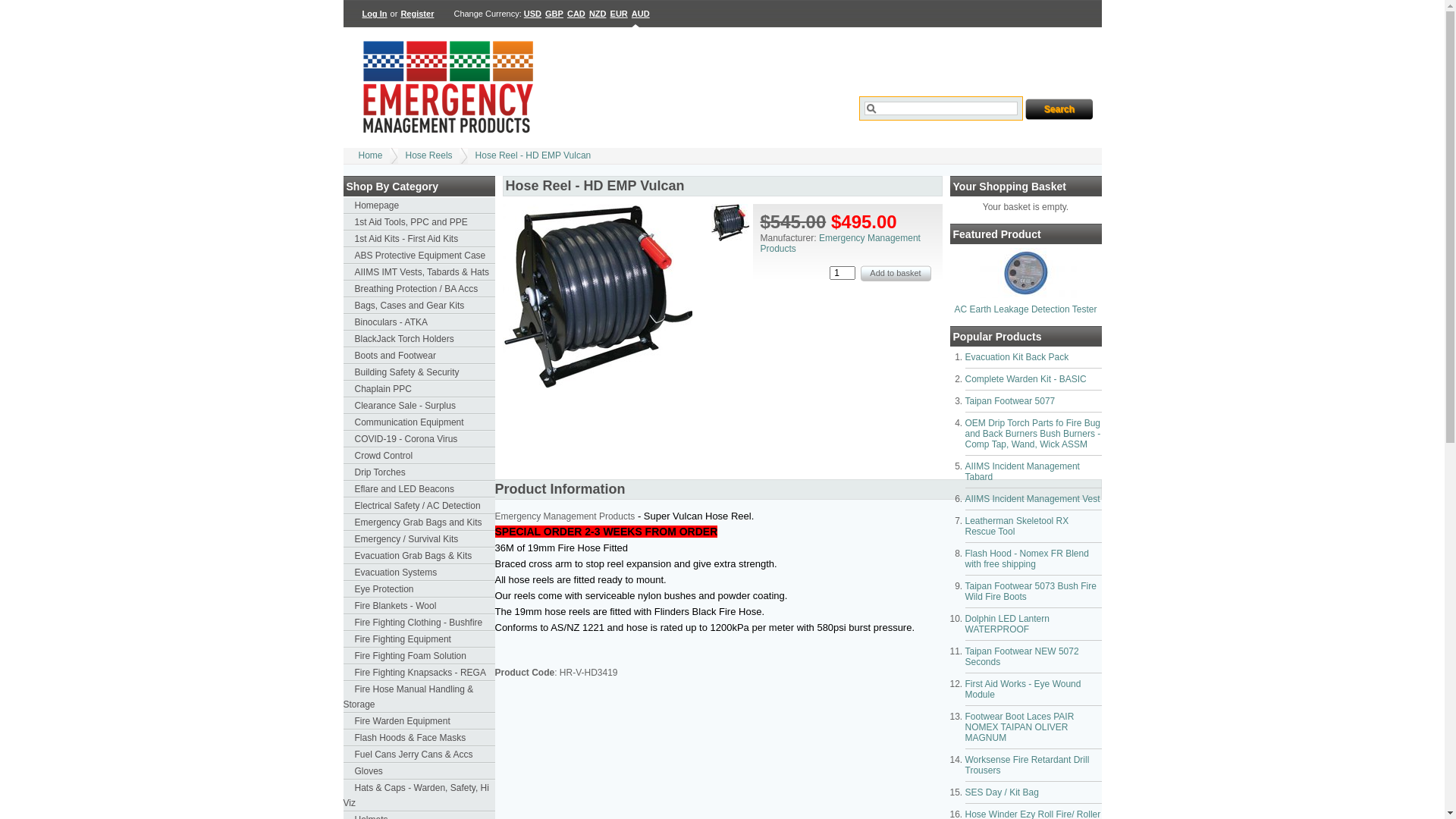  I want to click on 'Hose Reels', so click(428, 155).